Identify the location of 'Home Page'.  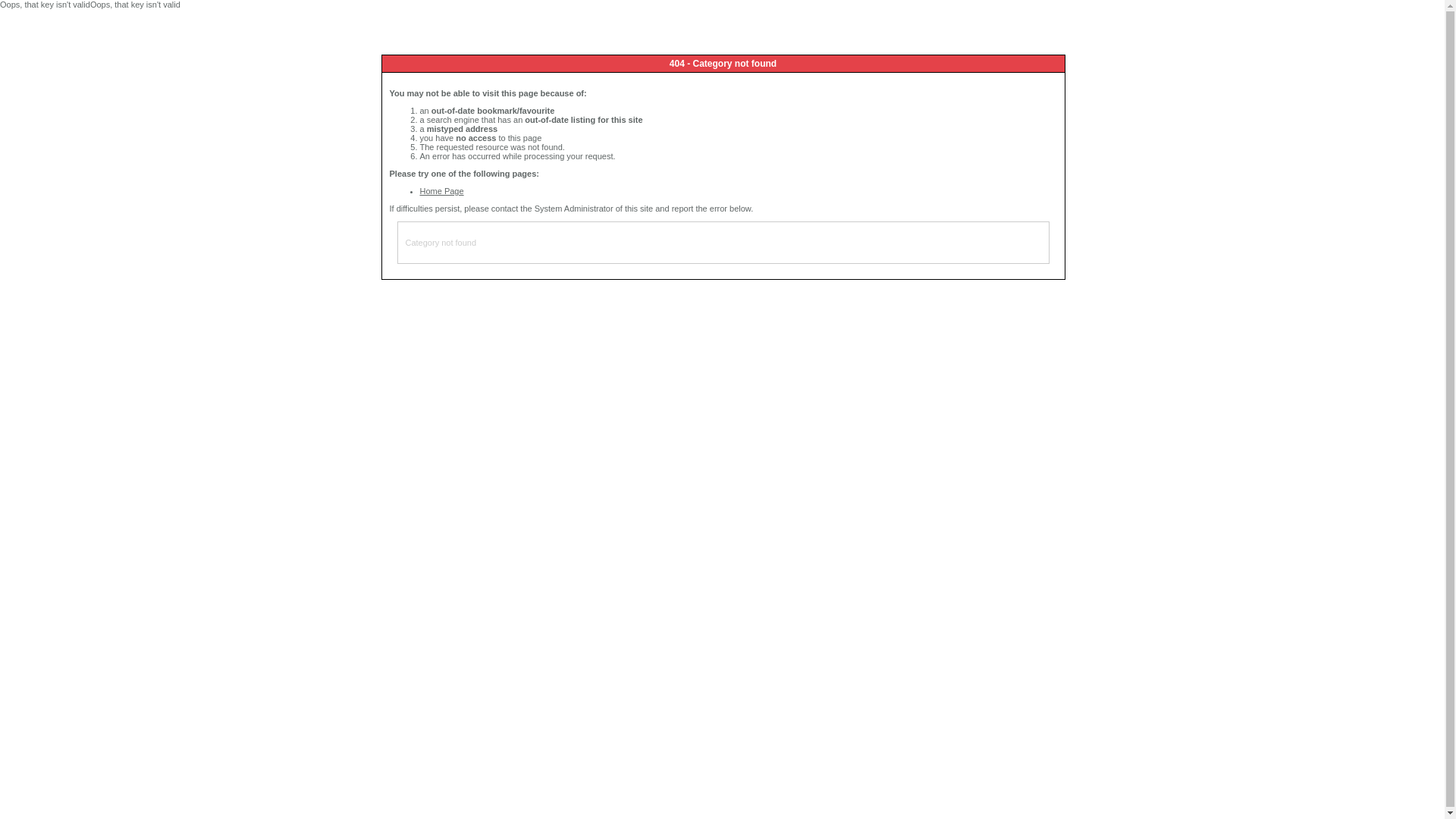
(441, 190).